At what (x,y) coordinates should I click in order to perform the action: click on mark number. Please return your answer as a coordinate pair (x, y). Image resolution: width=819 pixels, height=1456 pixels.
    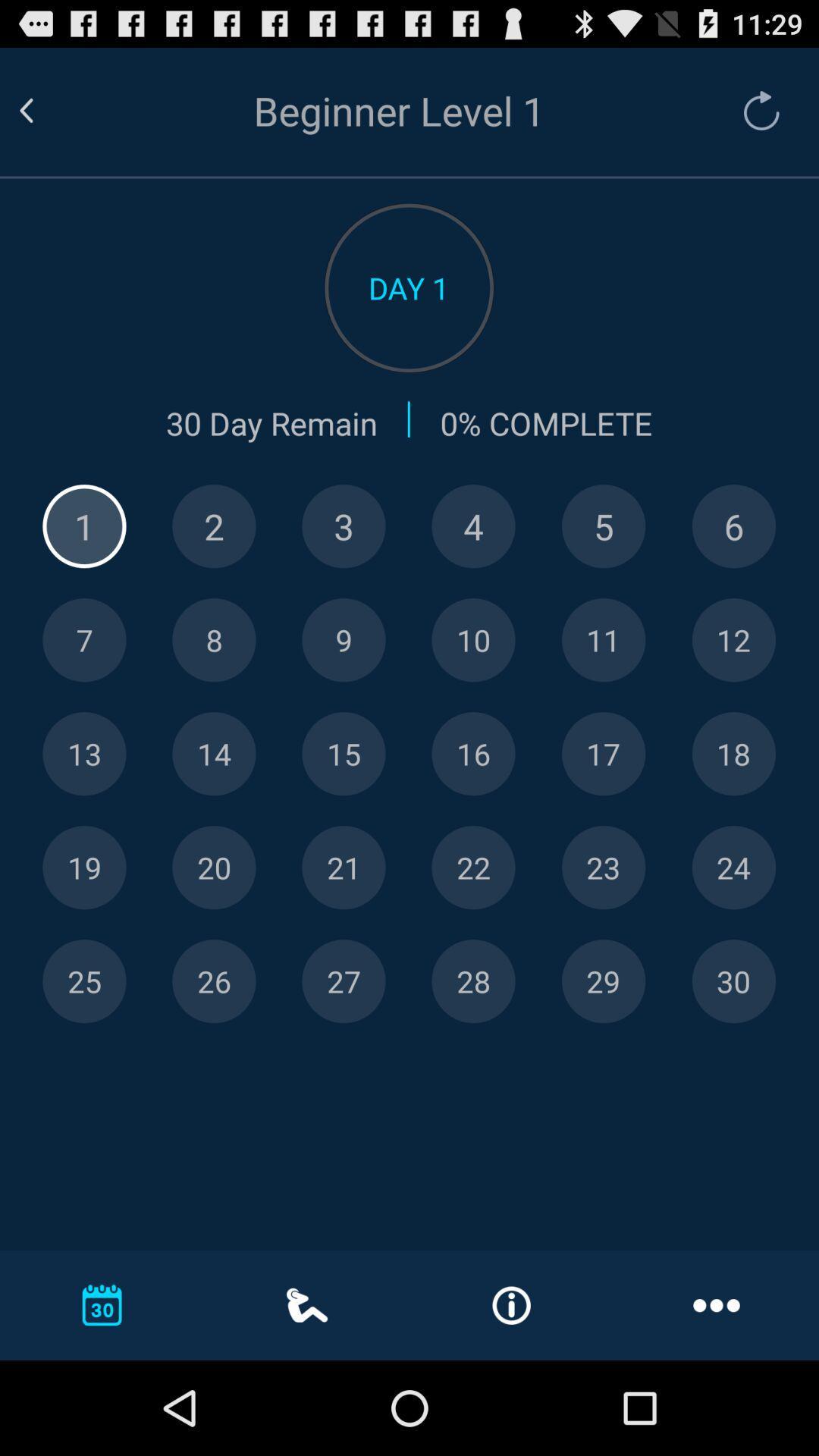
    Looking at the image, I should click on (344, 640).